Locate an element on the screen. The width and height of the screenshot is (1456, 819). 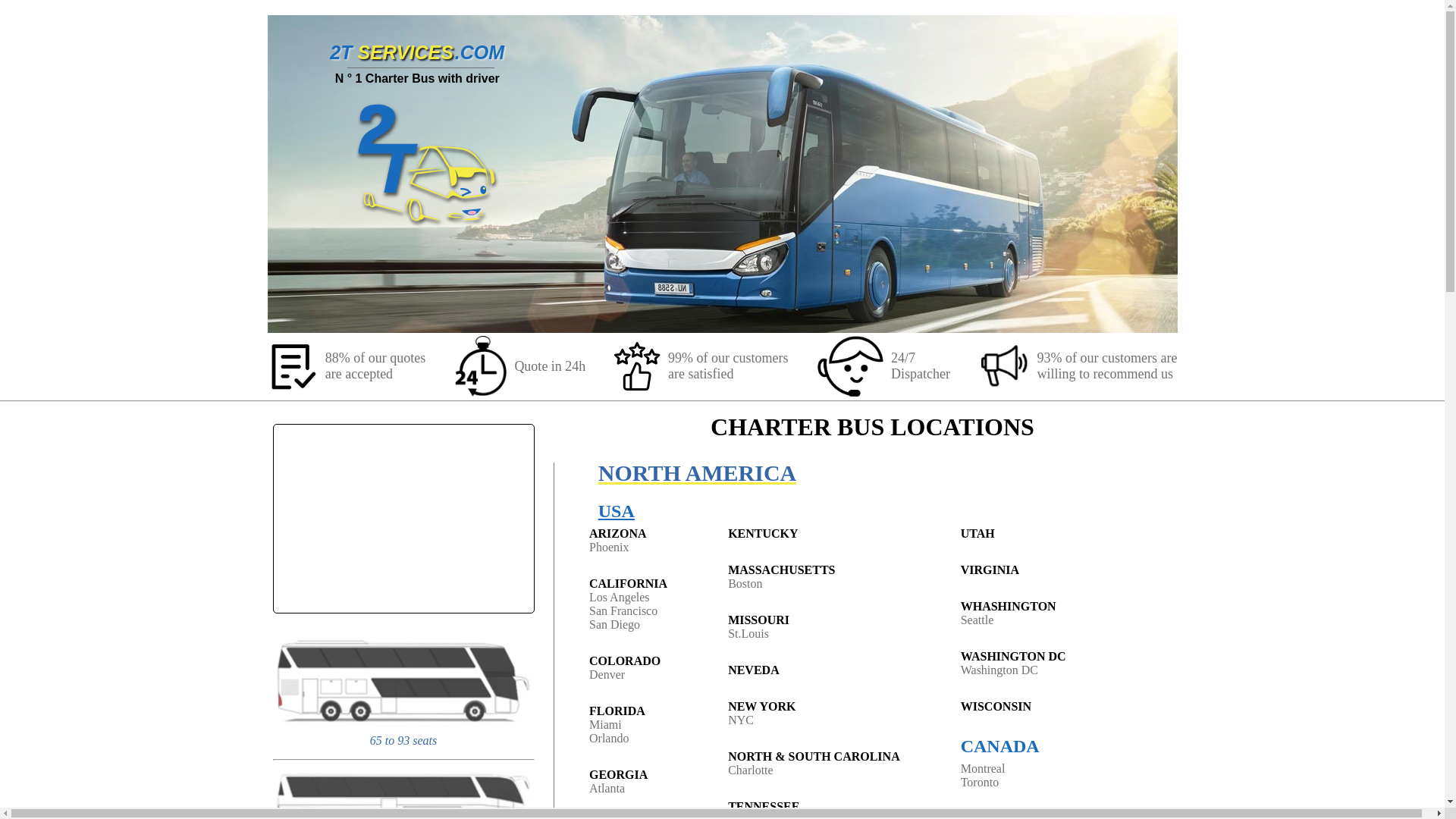
'Los Angeles' is located at coordinates (619, 596).